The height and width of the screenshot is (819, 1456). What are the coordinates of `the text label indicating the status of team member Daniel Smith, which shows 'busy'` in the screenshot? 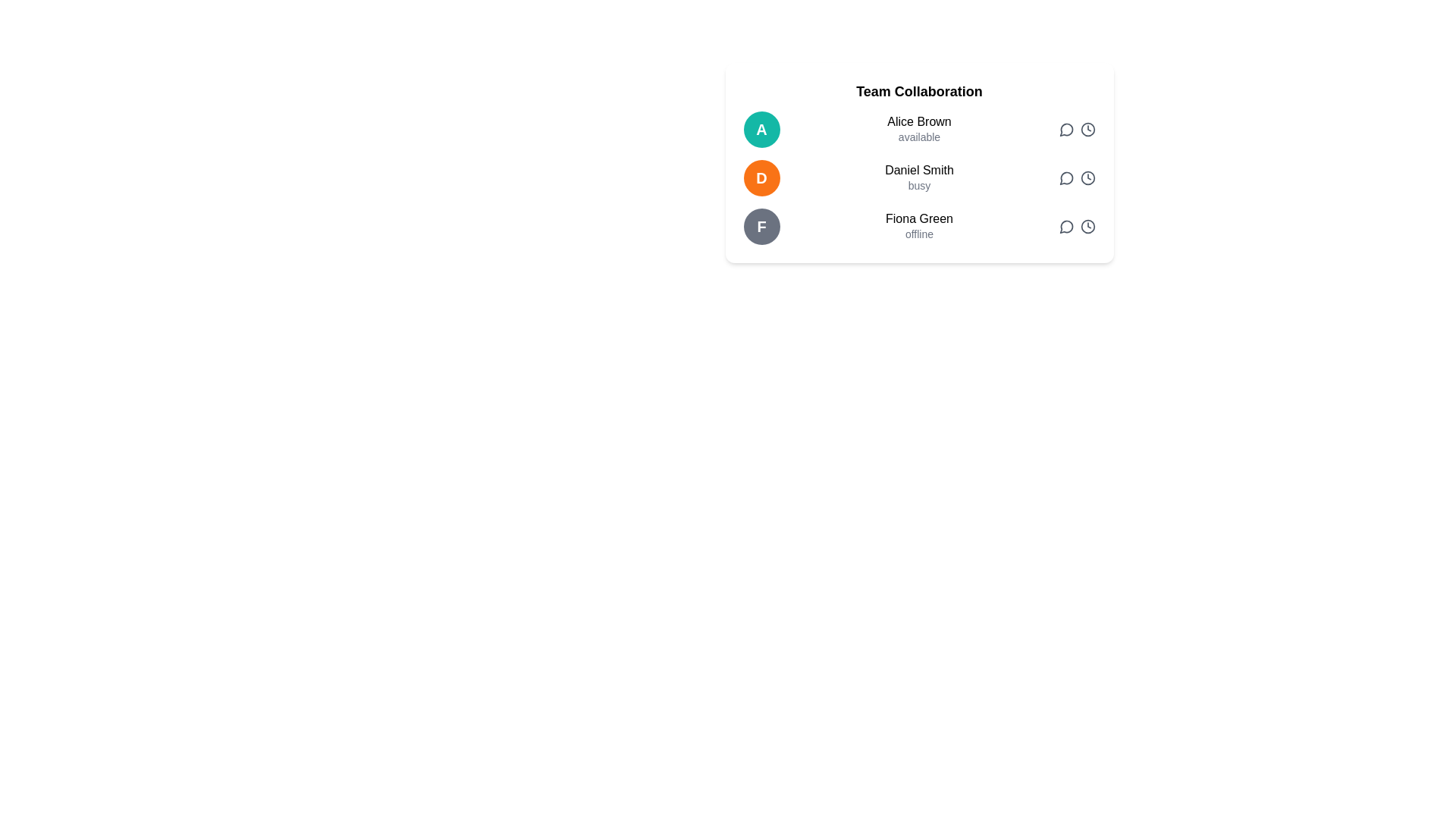 It's located at (918, 185).